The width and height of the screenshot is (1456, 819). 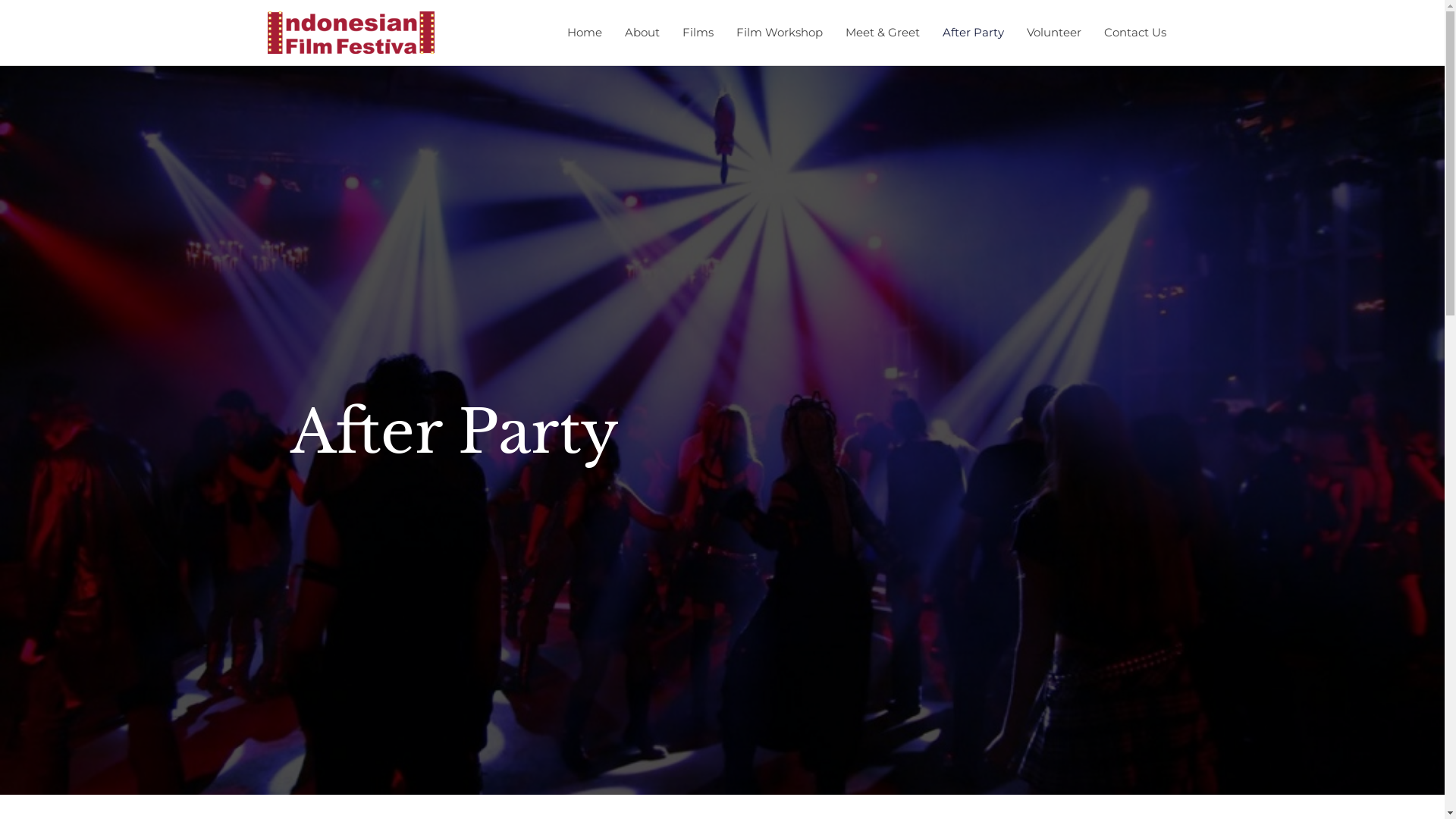 I want to click on 'Film Workshop', so click(x=723, y=32).